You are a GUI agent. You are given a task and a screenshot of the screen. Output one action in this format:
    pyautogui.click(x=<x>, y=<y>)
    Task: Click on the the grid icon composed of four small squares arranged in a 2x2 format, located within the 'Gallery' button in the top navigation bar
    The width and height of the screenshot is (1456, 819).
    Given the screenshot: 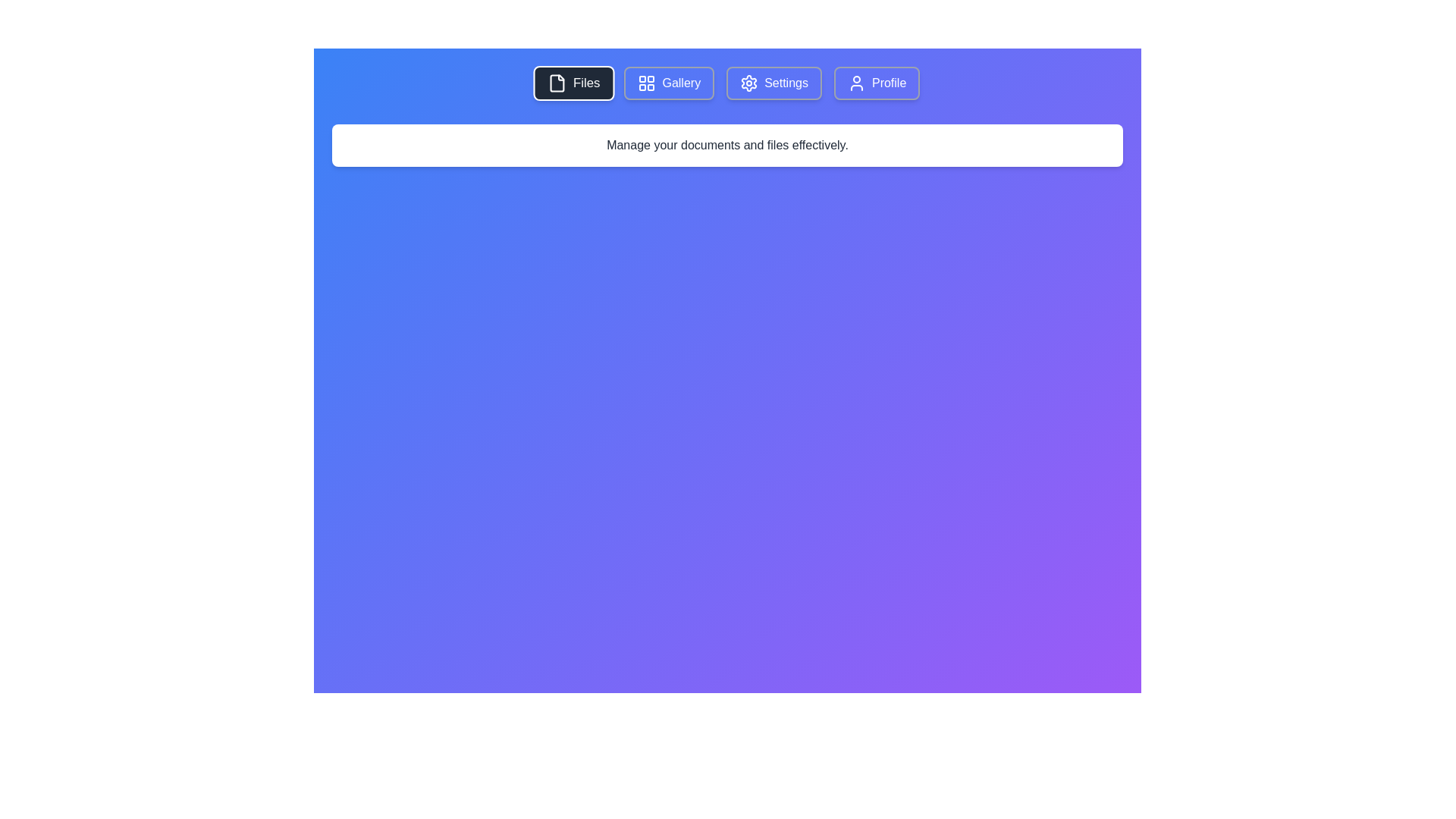 What is the action you would take?
    pyautogui.click(x=647, y=83)
    